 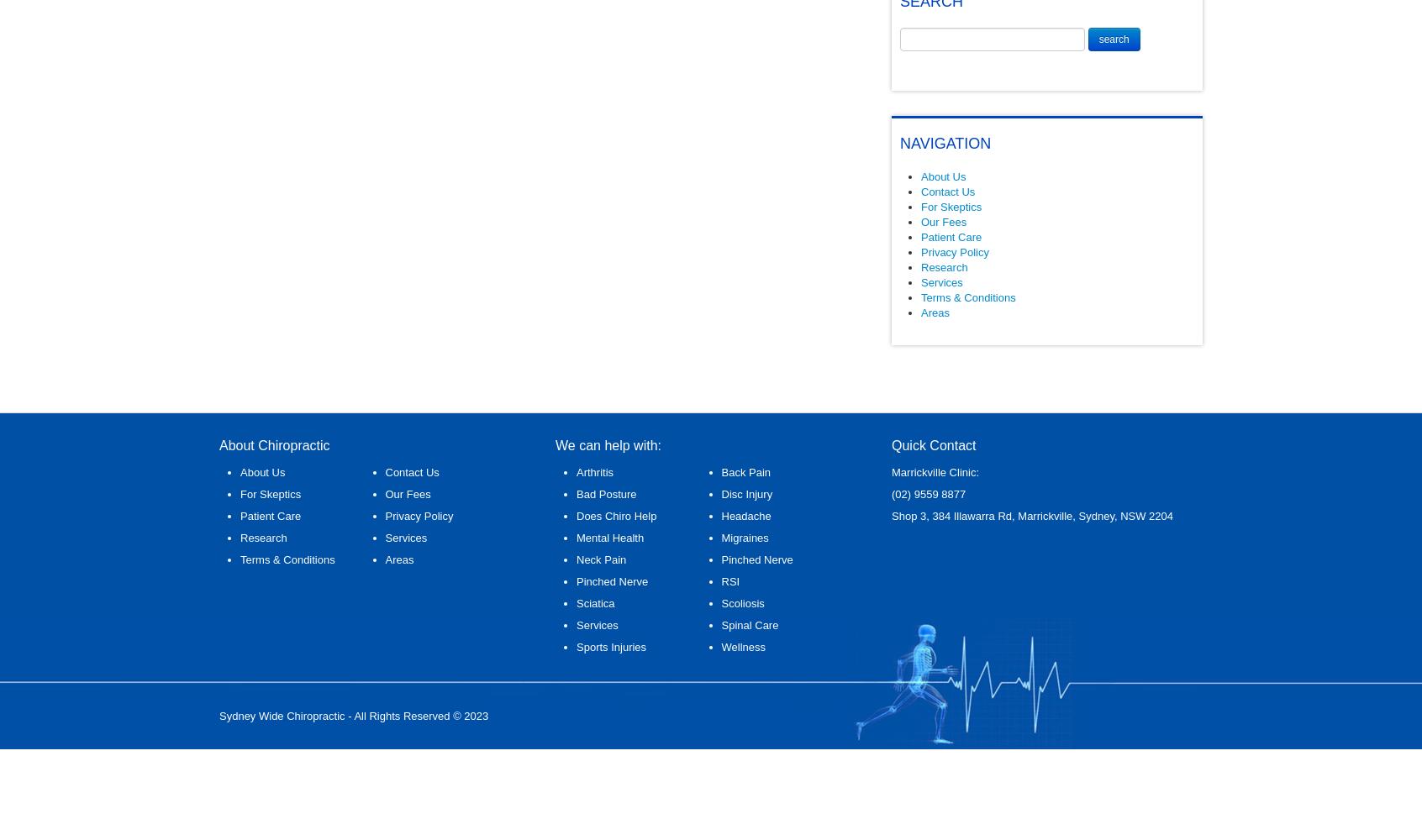 What do you see at coordinates (353, 715) in the screenshot?
I see `'Sydney Wide Chiropractic - All Rights Reserved © 2023'` at bounding box center [353, 715].